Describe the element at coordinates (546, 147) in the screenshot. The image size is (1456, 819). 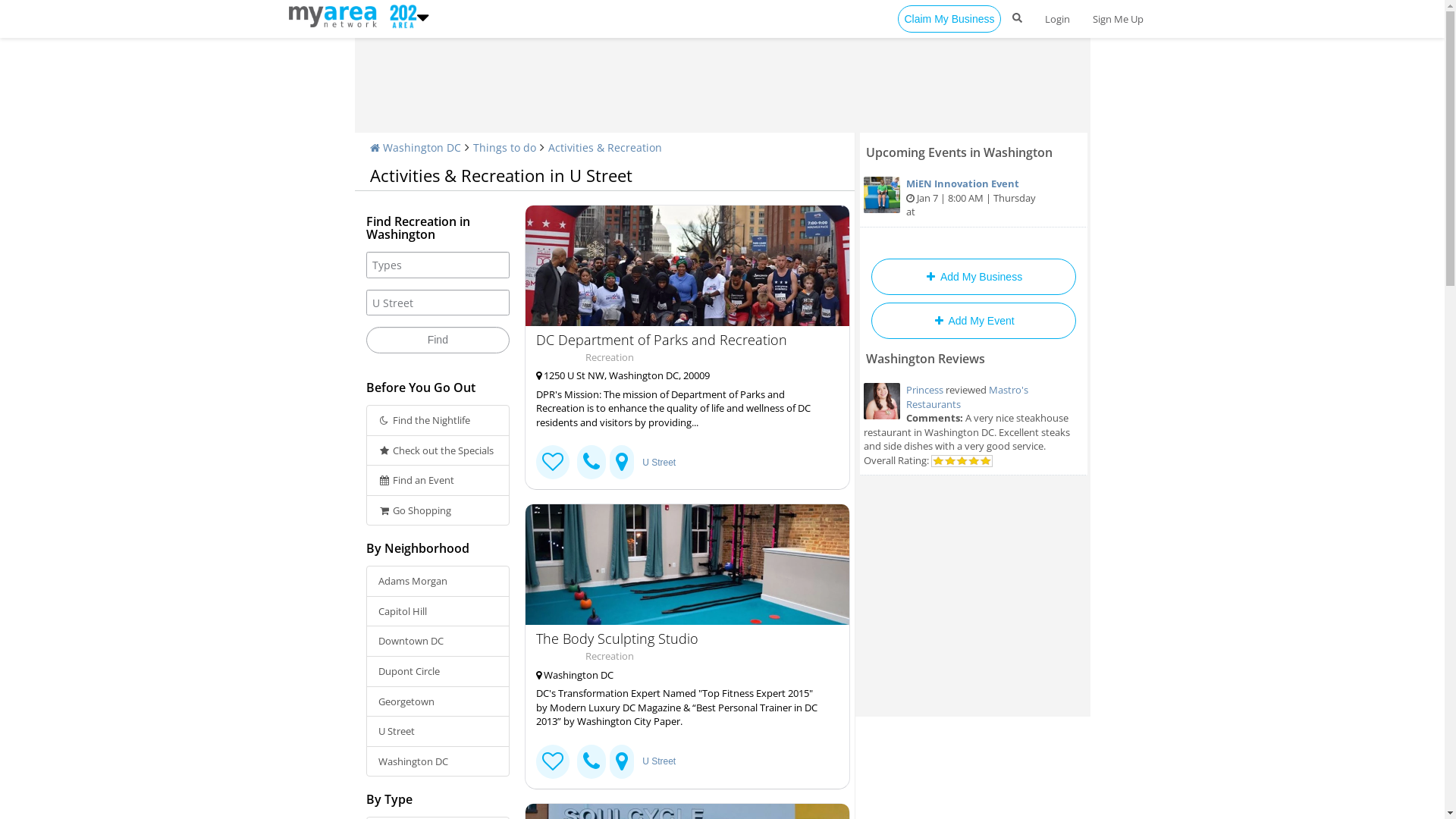
I see `'Activities & Recreation'` at that location.